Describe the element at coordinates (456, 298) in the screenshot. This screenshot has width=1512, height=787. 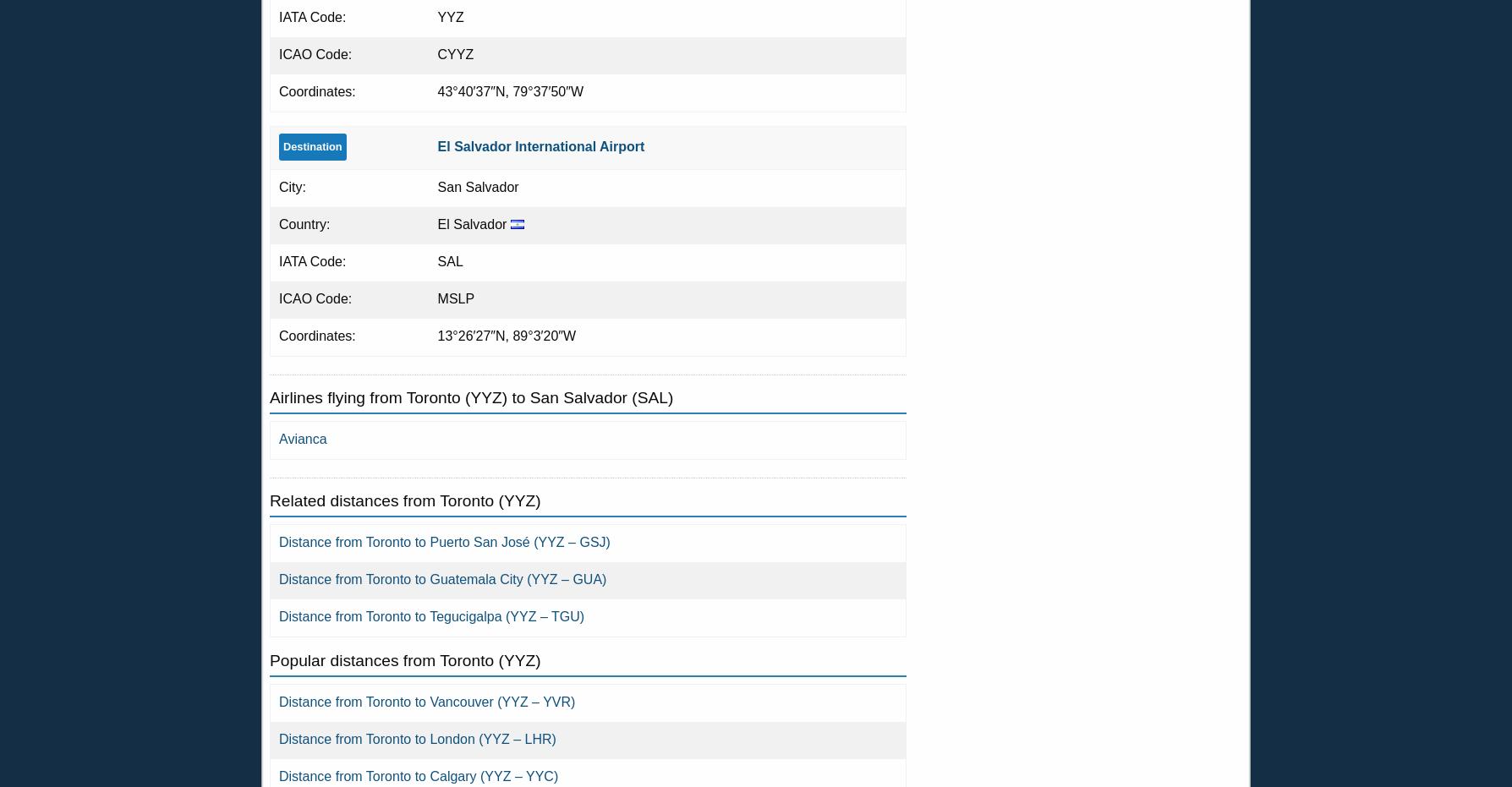
I see `'MSLP'` at that location.